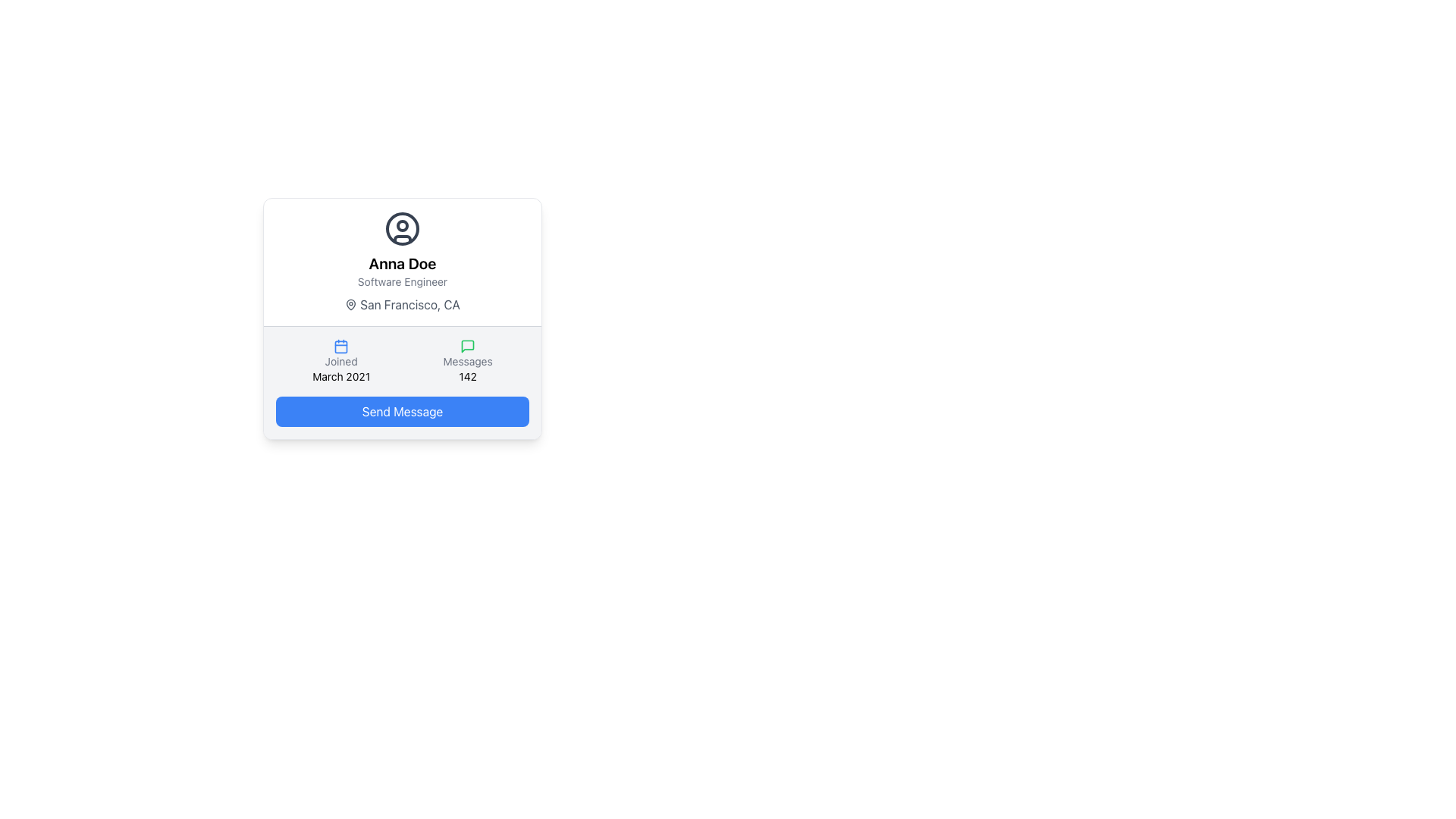  What do you see at coordinates (403, 304) in the screenshot?
I see `the third text label in the user profile card that indicates the user's location, positioned below 'Software Engineer' and above 'Joined' and 'Messages'` at bounding box center [403, 304].